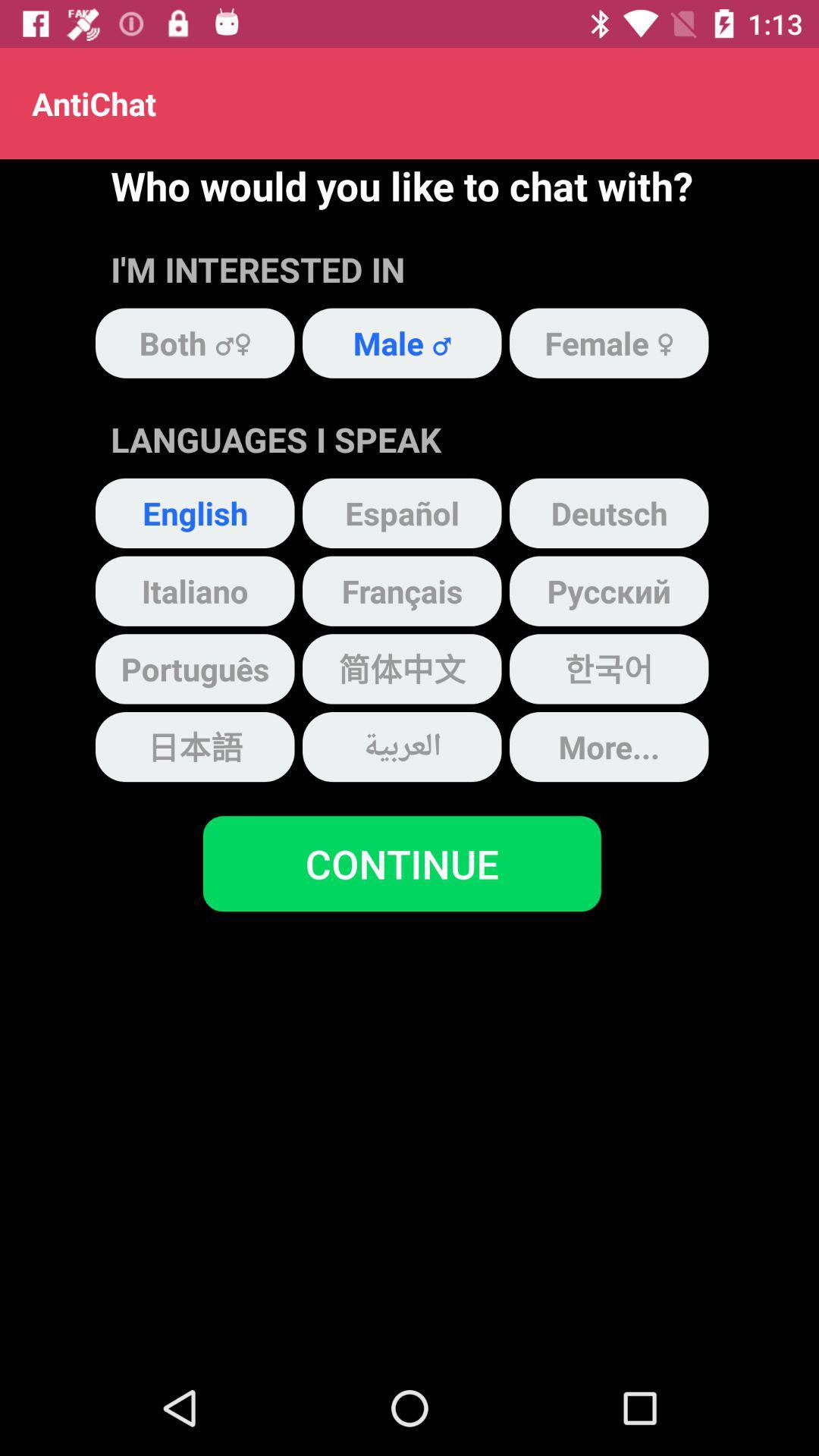 The width and height of the screenshot is (819, 1456). What do you see at coordinates (401, 747) in the screenshot?
I see `item above continue item` at bounding box center [401, 747].